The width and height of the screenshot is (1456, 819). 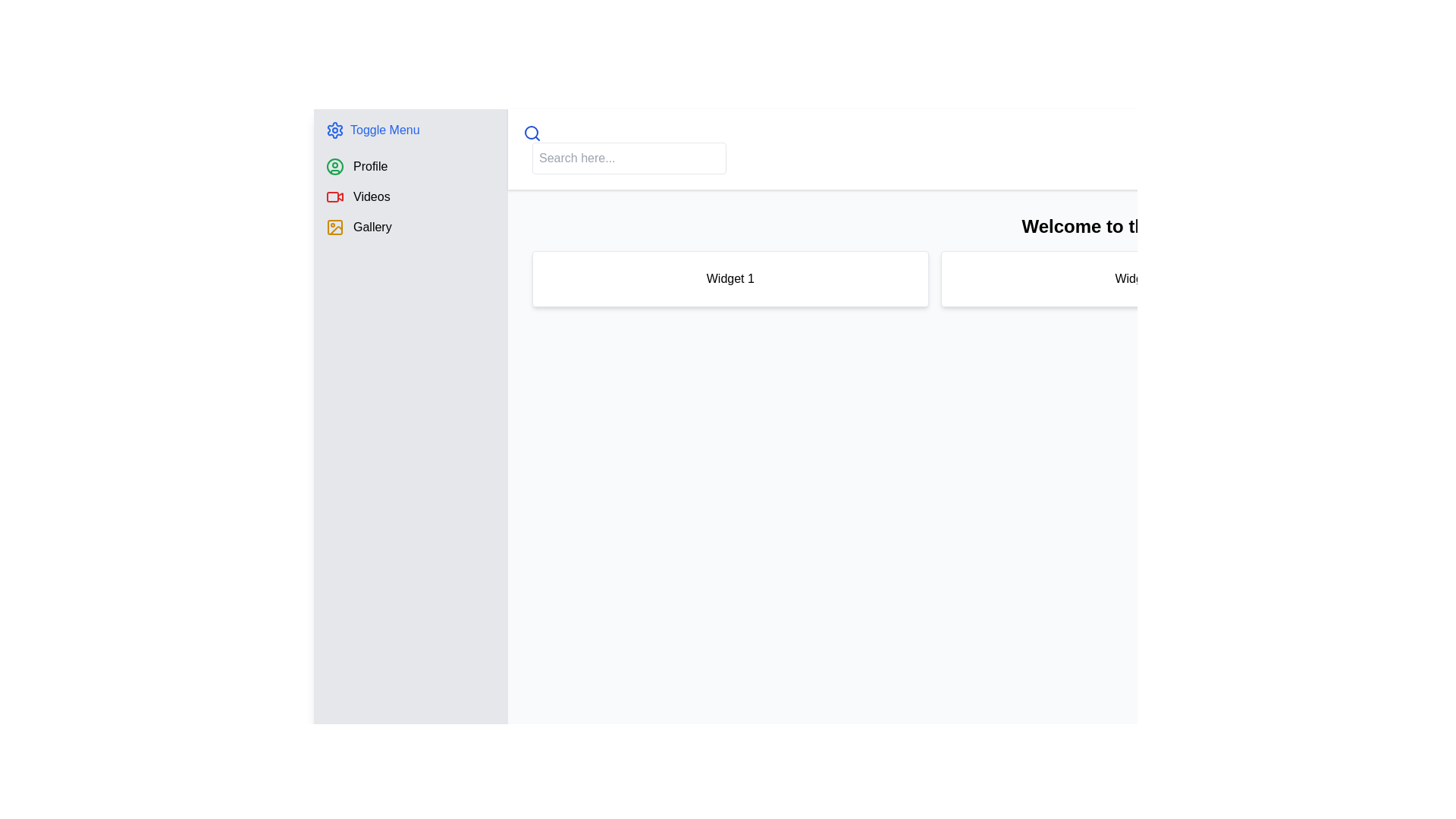 I want to click on the blue magnifying glass icon located at the left side of the search bar to initiate a search, so click(x=532, y=133).